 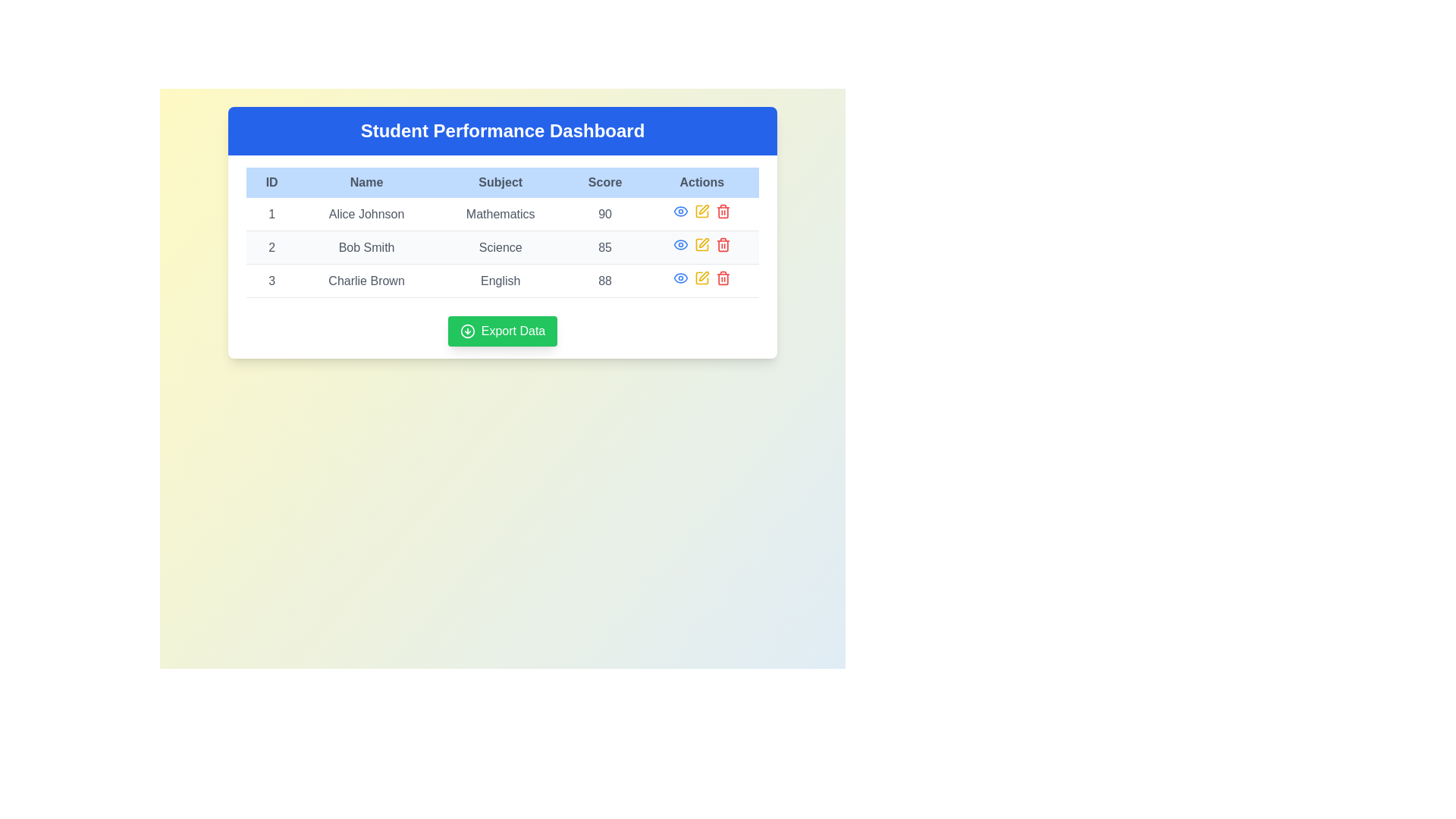 What do you see at coordinates (500, 214) in the screenshot?
I see `text displayed in the 'Mathematics' text label, which is part of a table in the third column of the first row, next to 'Alice Johnson' and '90'` at bounding box center [500, 214].